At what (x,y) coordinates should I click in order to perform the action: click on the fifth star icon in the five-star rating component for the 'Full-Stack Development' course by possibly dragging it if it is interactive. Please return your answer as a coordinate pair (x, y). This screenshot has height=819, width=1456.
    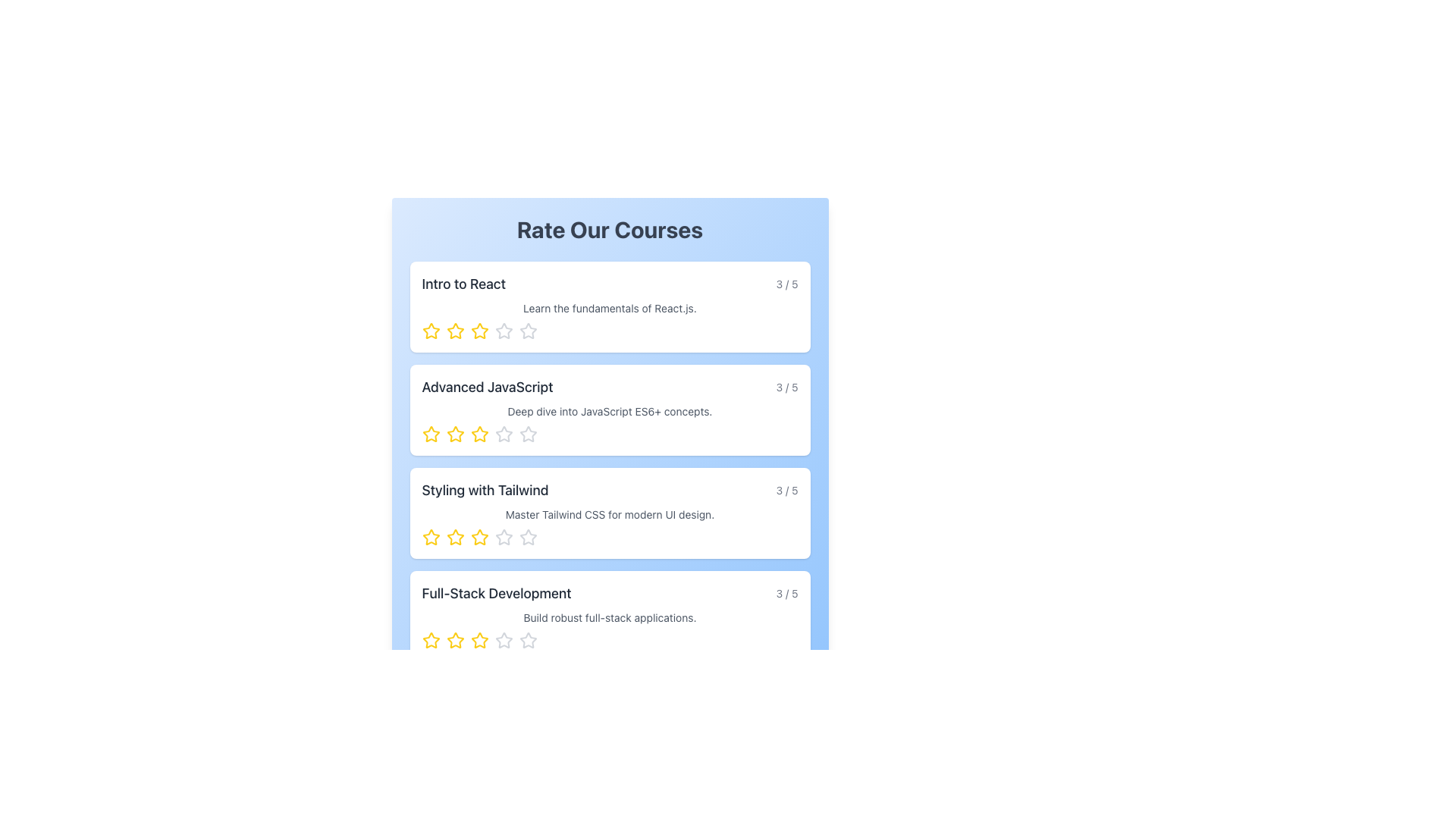
    Looking at the image, I should click on (528, 640).